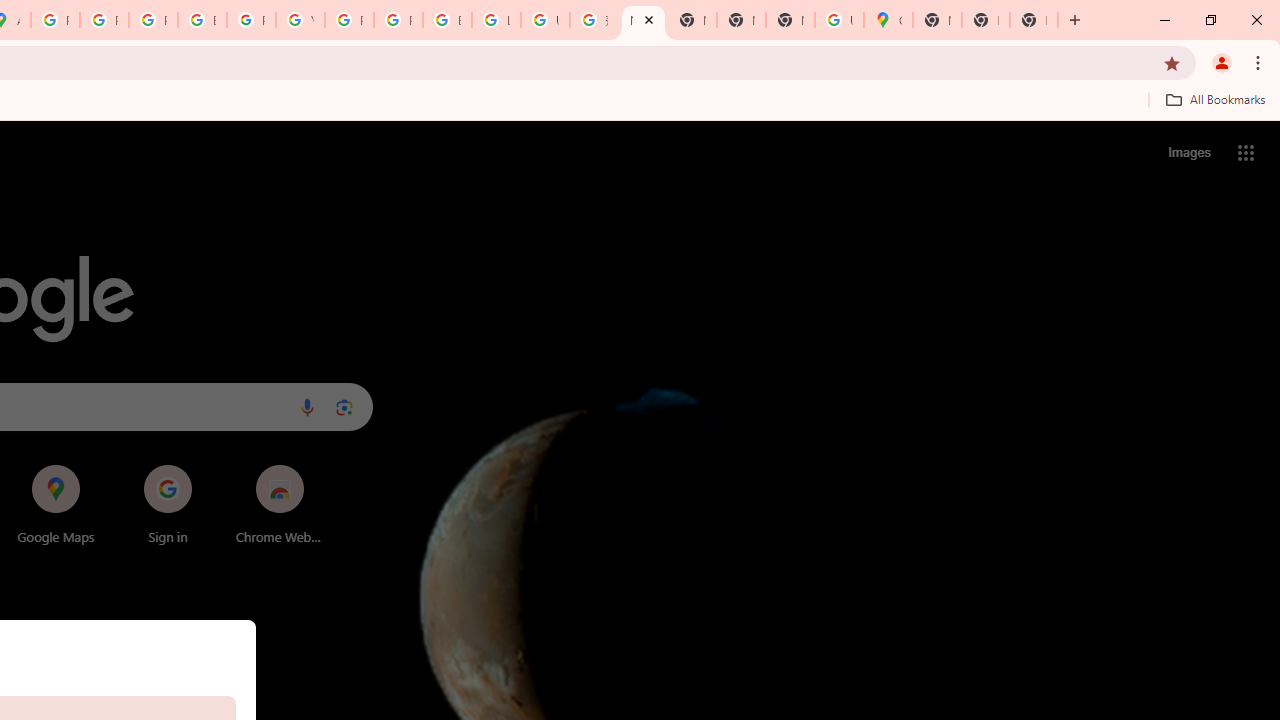  What do you see at coordinates (839, 20) in the screenshot?
I see `'Use Google Maps in Space - Google Maps Help'` at bounding box center [839, 20].